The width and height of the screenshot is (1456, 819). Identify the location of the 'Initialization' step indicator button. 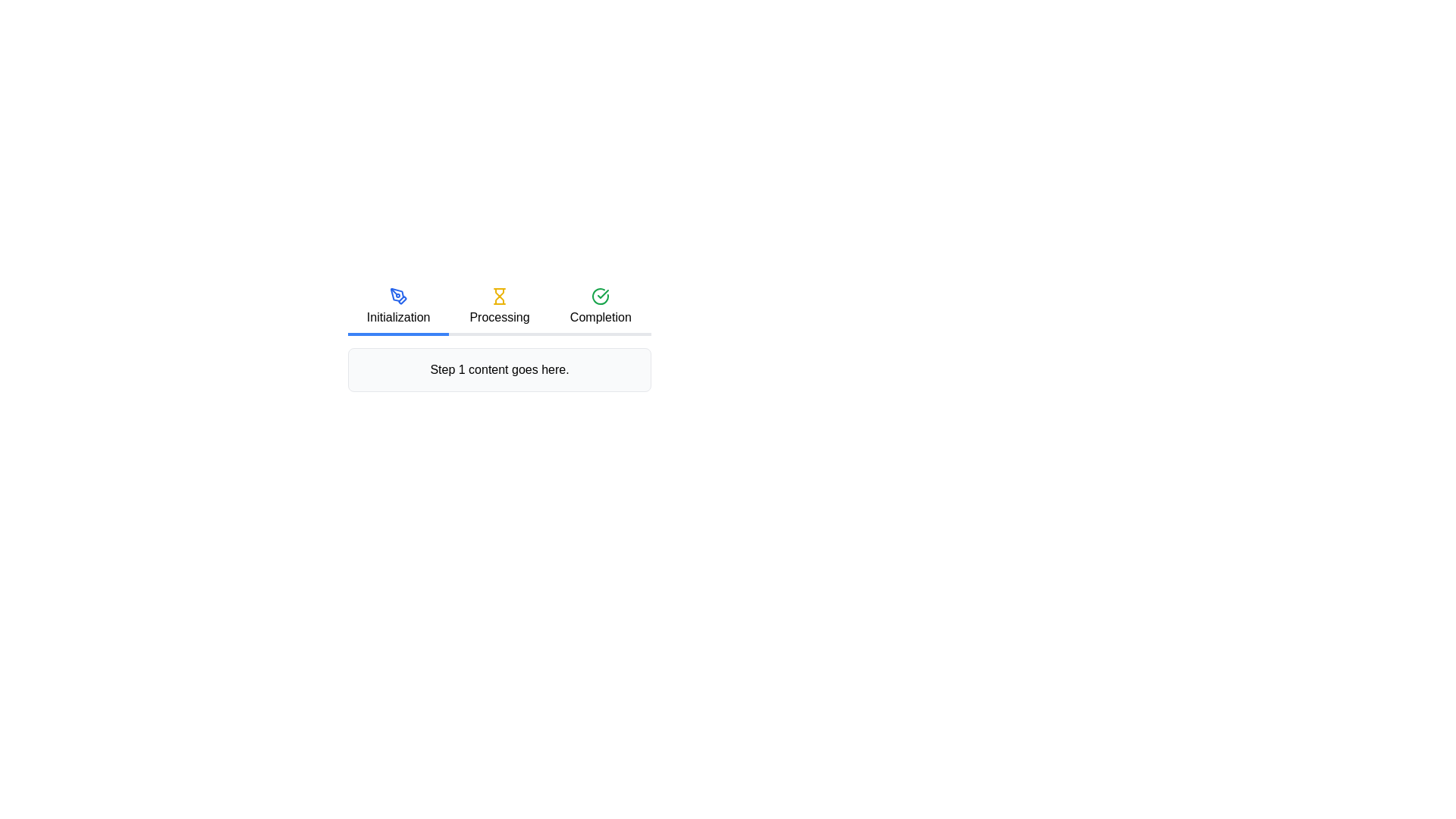
(398, 308).